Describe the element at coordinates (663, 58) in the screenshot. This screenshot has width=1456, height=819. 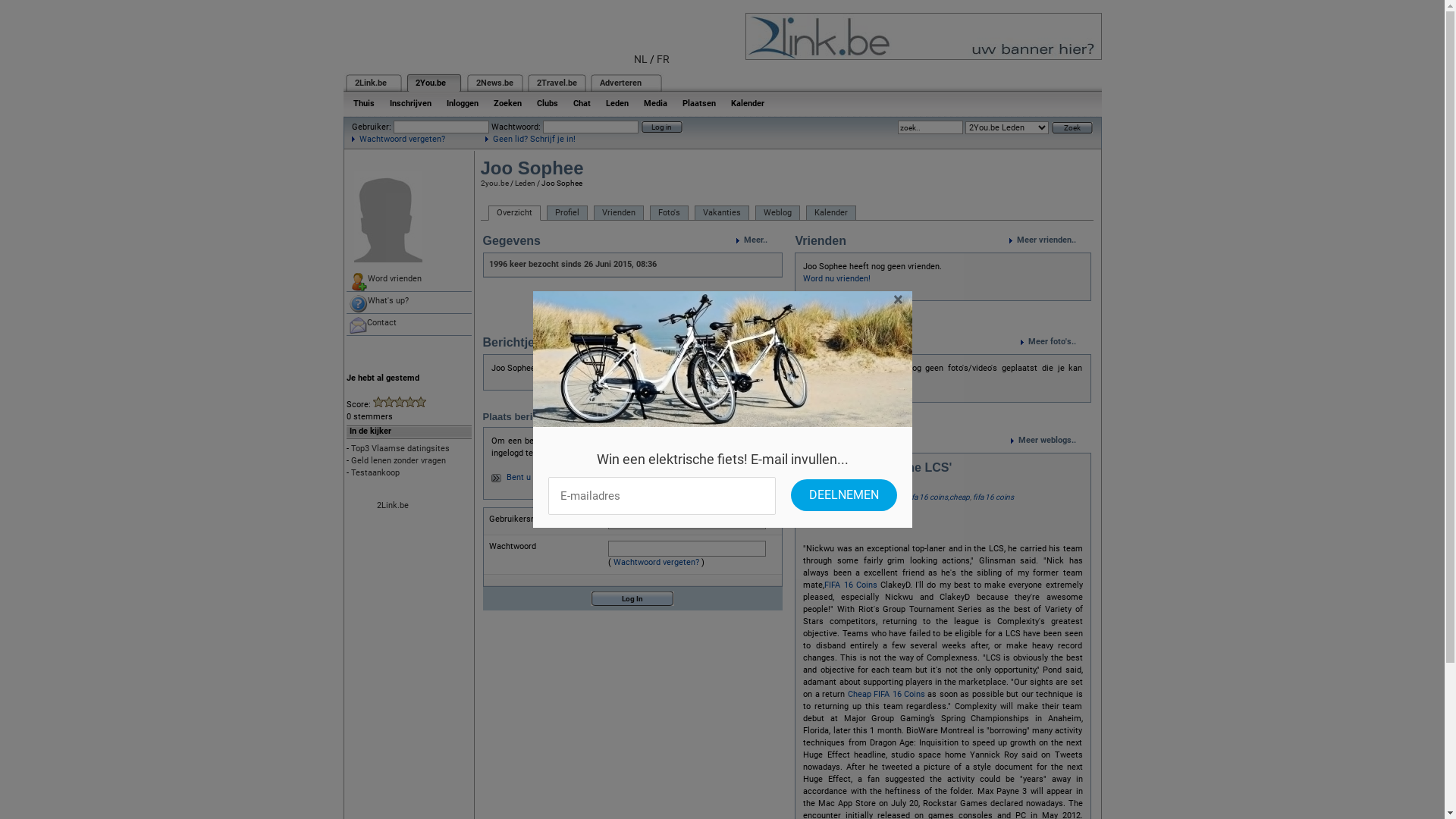
I see `'FR'` at that location.